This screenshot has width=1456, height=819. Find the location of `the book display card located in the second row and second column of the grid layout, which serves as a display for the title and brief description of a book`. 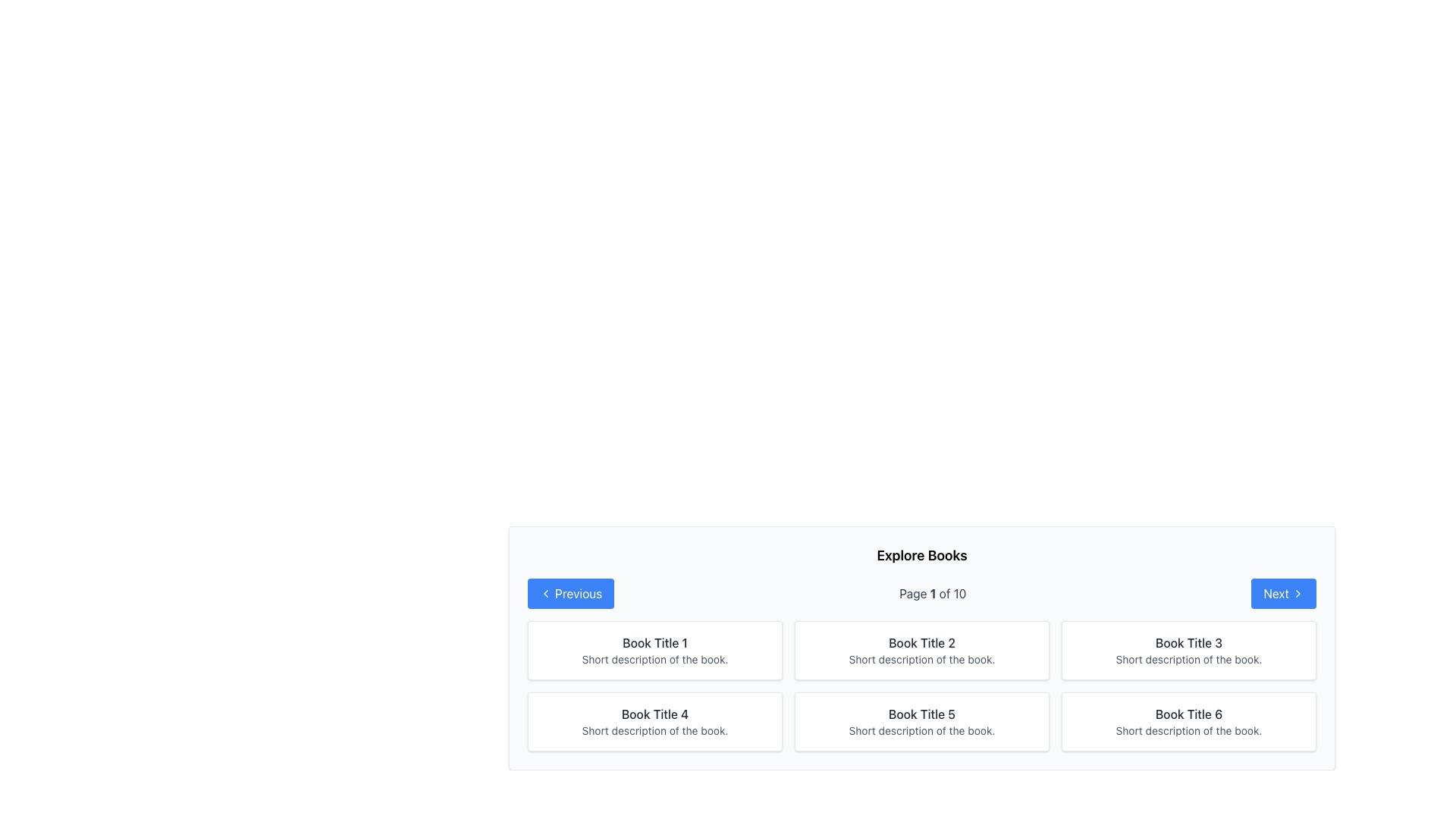

the book display card located in the second row and second column of the grid layout, which serves as a display for the title and brief description of a book is located at coordinates (921, 721).